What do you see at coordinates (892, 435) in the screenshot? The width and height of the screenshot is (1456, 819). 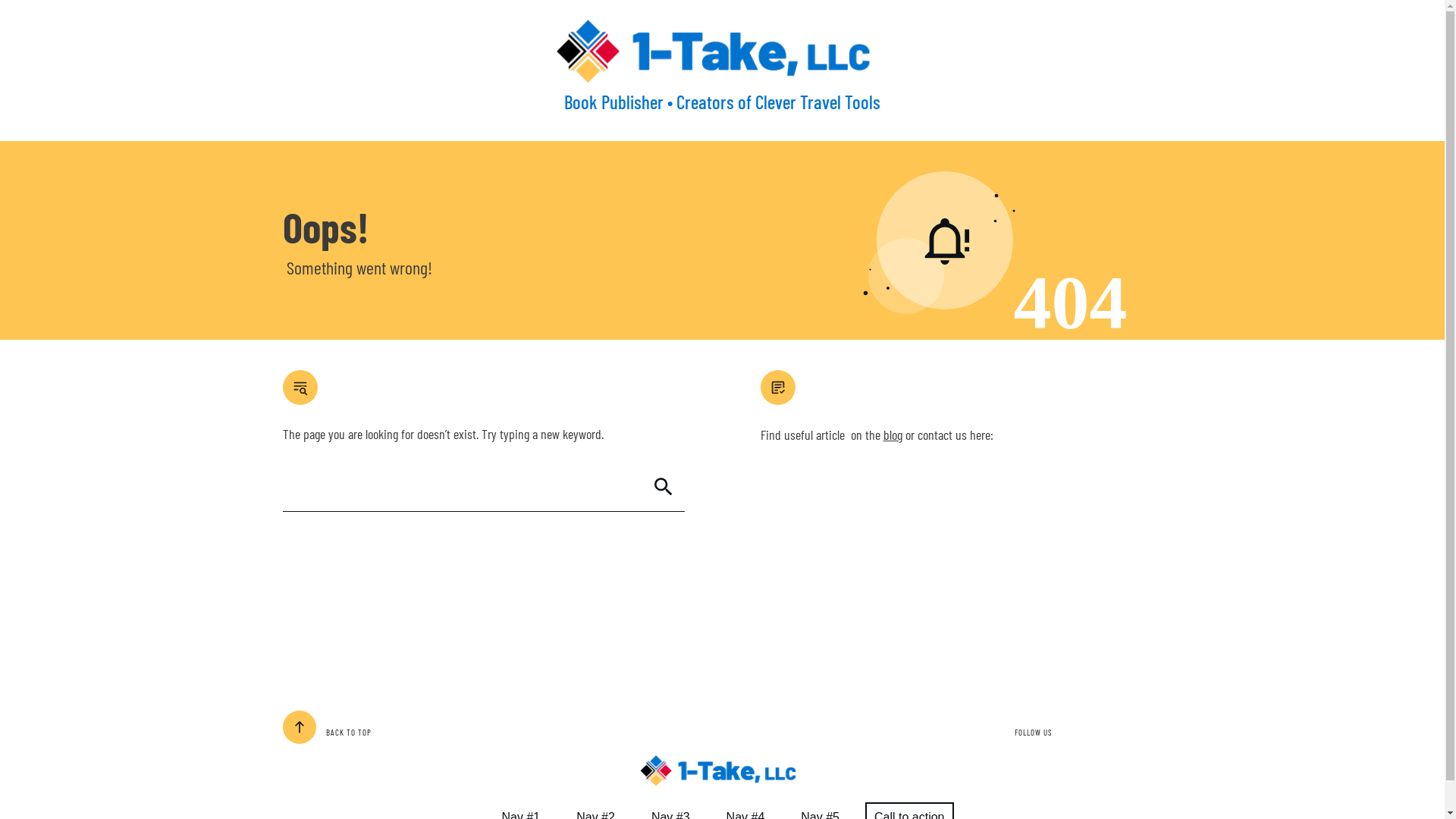 I see `'blog'` at bounding box center [892, 435].